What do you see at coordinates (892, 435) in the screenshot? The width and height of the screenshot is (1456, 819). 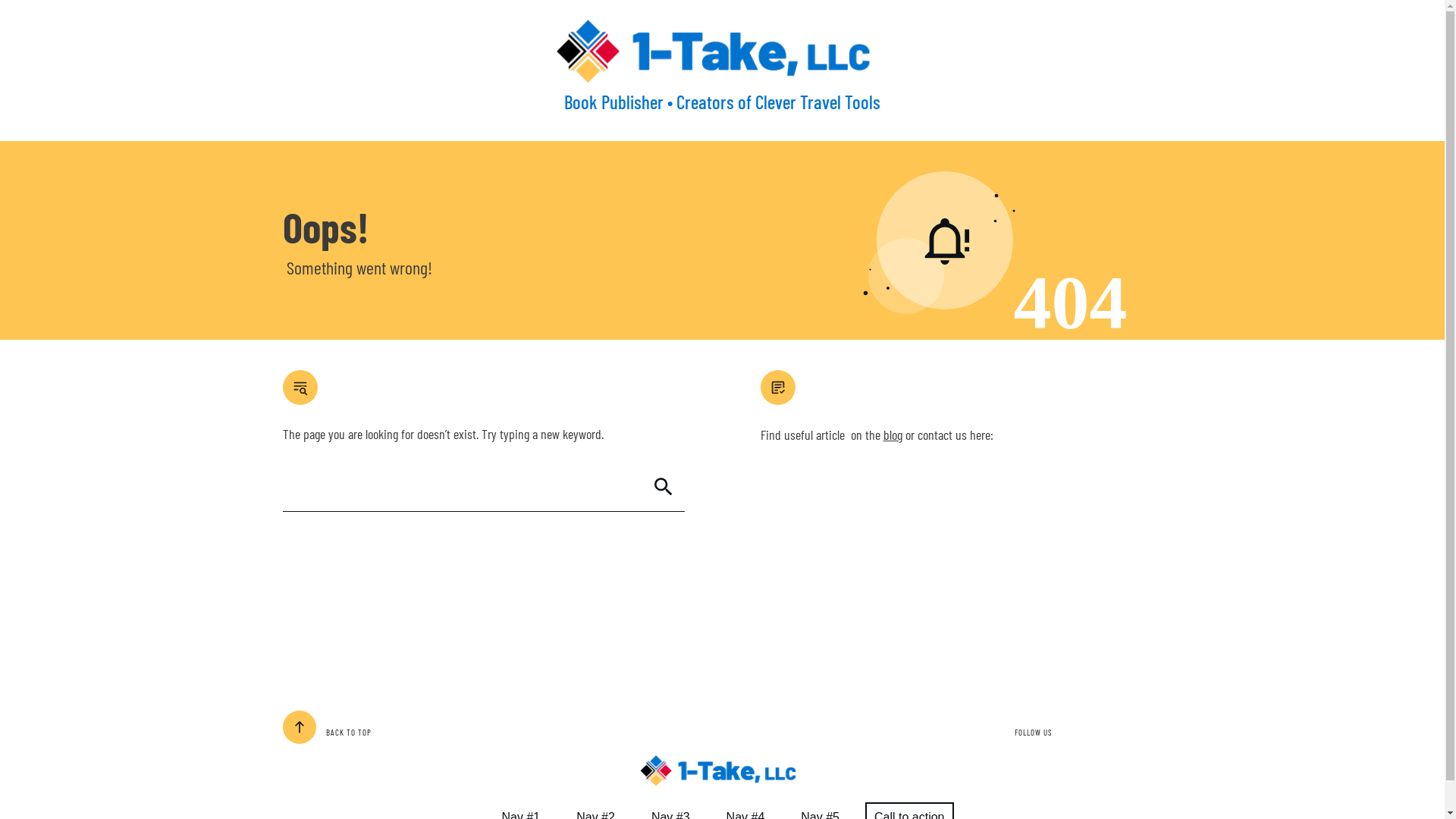 I see `'blog'` at bounding box center [892, 435].